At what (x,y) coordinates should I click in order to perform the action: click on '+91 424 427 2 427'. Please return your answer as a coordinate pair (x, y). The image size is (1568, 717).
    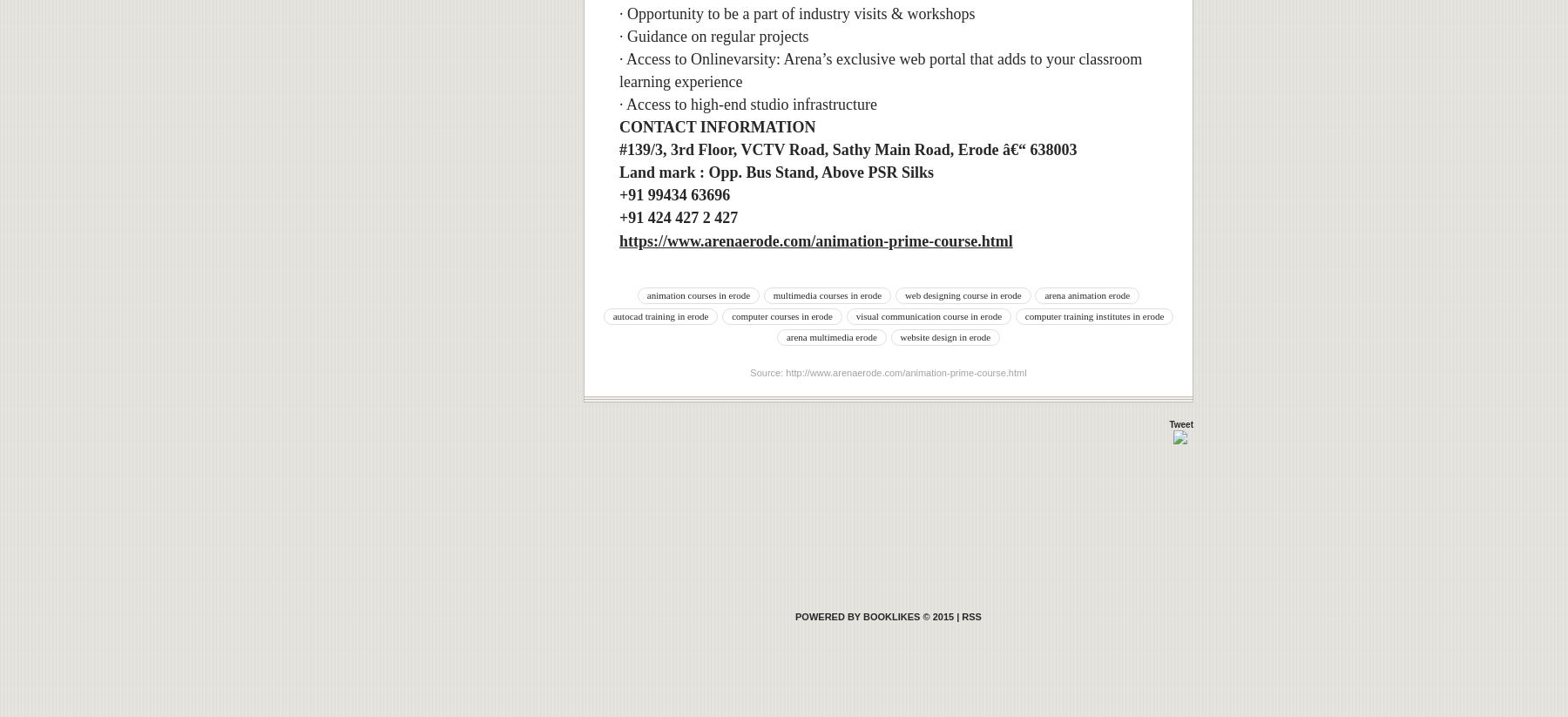
    Looking at the image, I should click on (678, 217).